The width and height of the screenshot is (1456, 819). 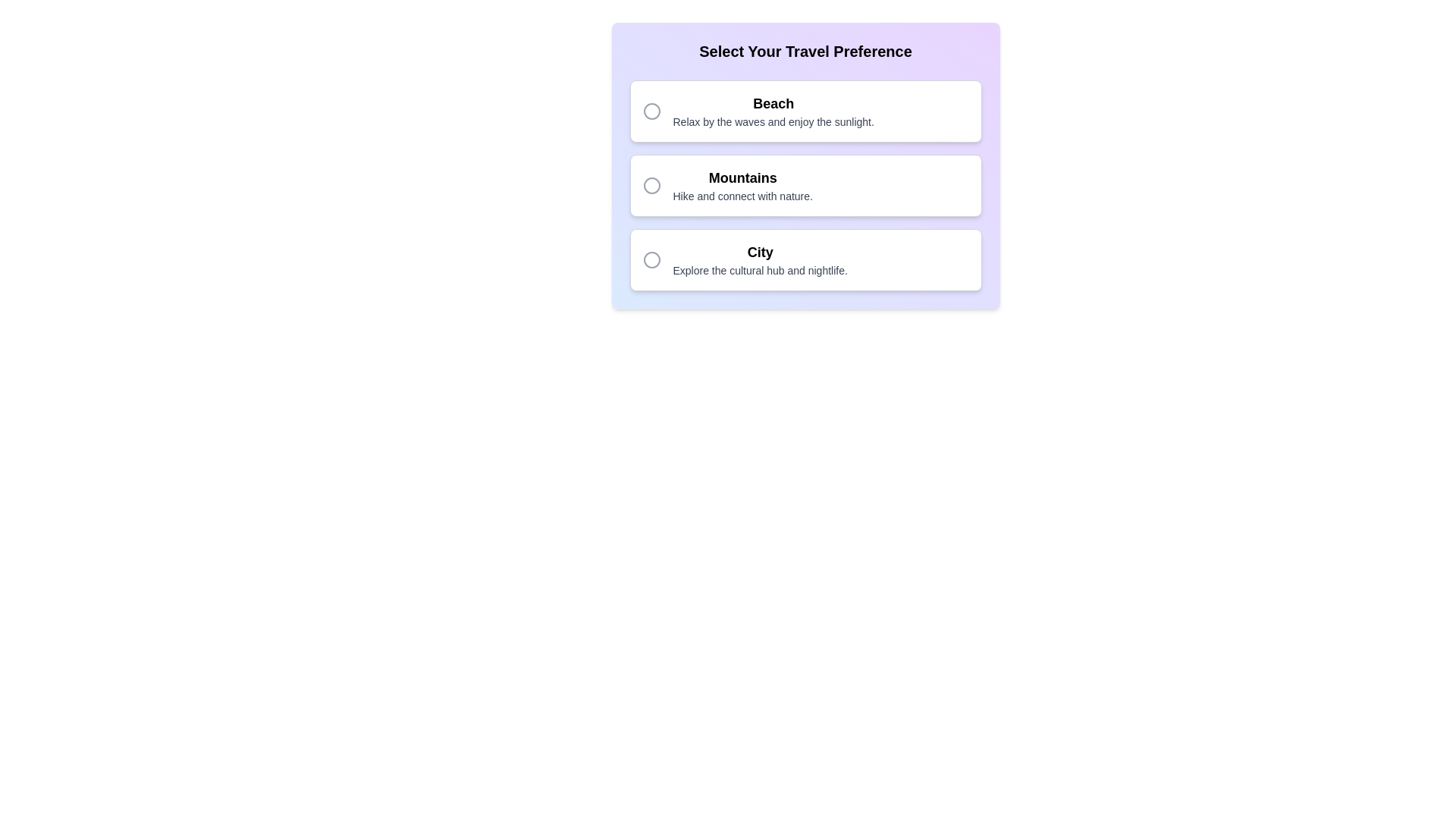 I want to click on the 'City' selectable radio button, so click(x=651, y=259).